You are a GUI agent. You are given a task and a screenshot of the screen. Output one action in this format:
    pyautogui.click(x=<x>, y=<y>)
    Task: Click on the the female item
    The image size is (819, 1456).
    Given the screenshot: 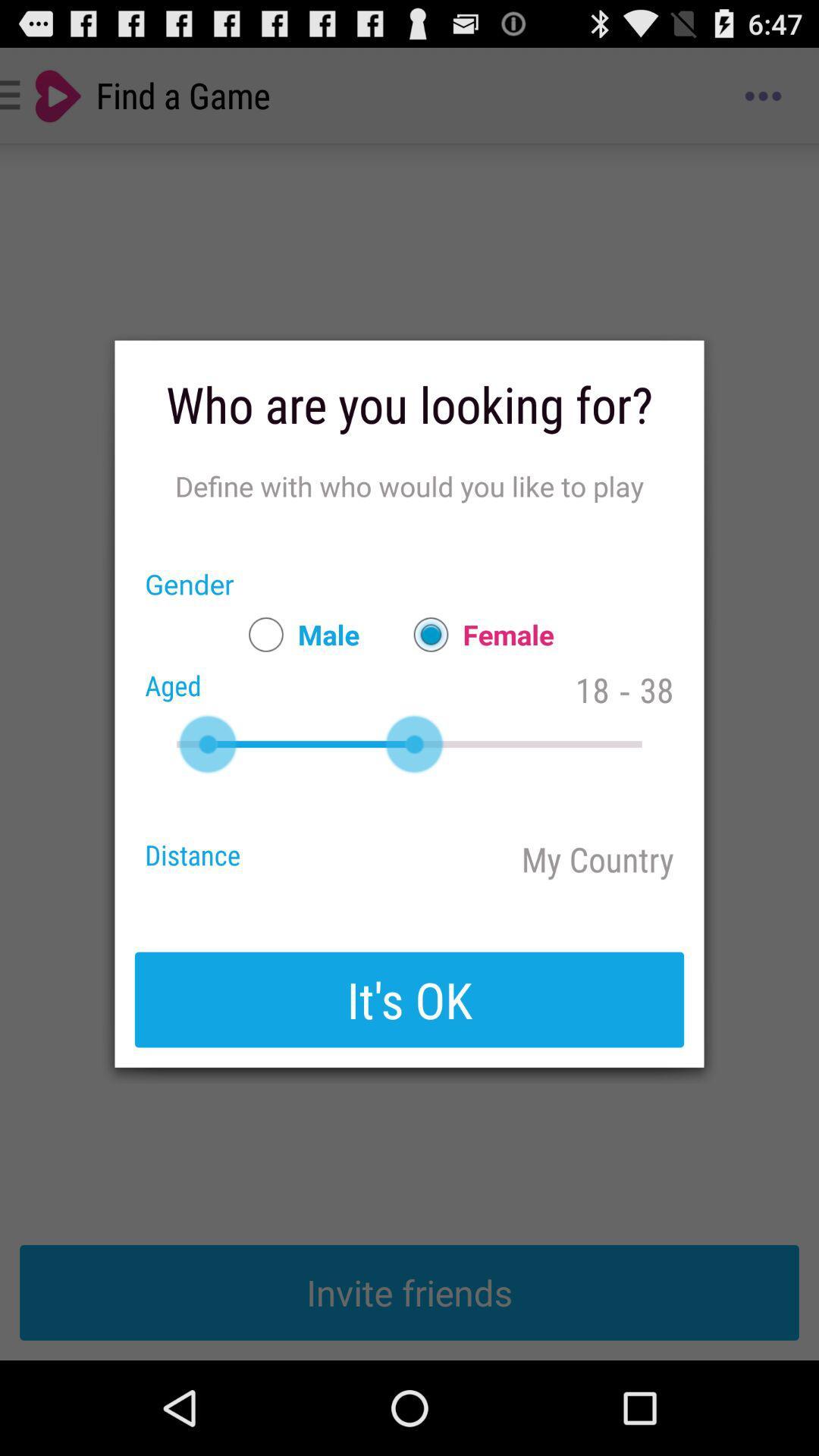 What is the action you would take?
    pyautogui.click(x=475, y=634)
    